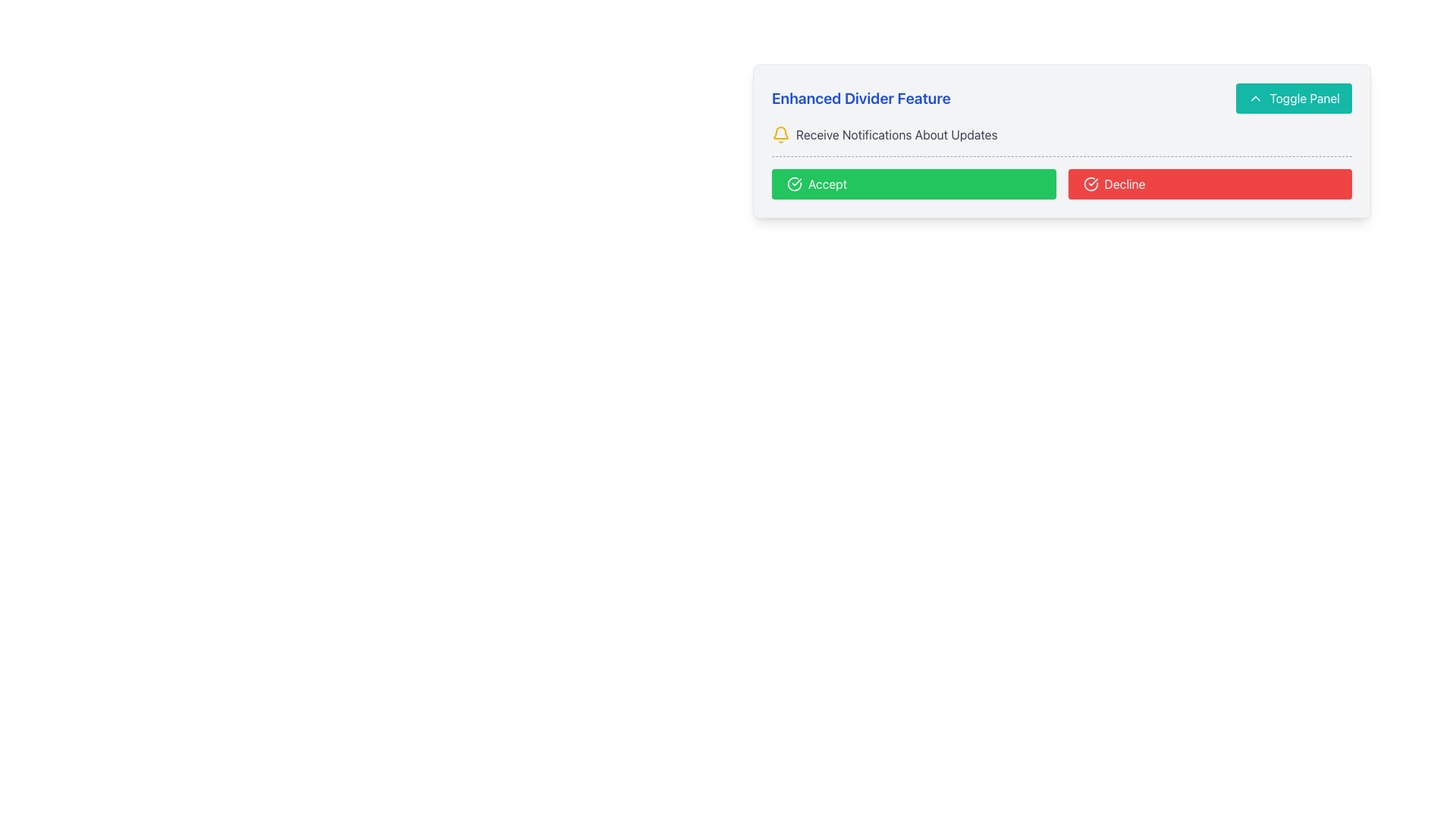 This screenshot has width=1456, height=819. What do you see at coordinates (896, 133) in the screenshot?
I see `descriptive text label for the notifications feature located below the section title 'Enhanced Divider Feature' and above the 'Accept' and 'Decline' buttons` at bounding box center [896, 133].